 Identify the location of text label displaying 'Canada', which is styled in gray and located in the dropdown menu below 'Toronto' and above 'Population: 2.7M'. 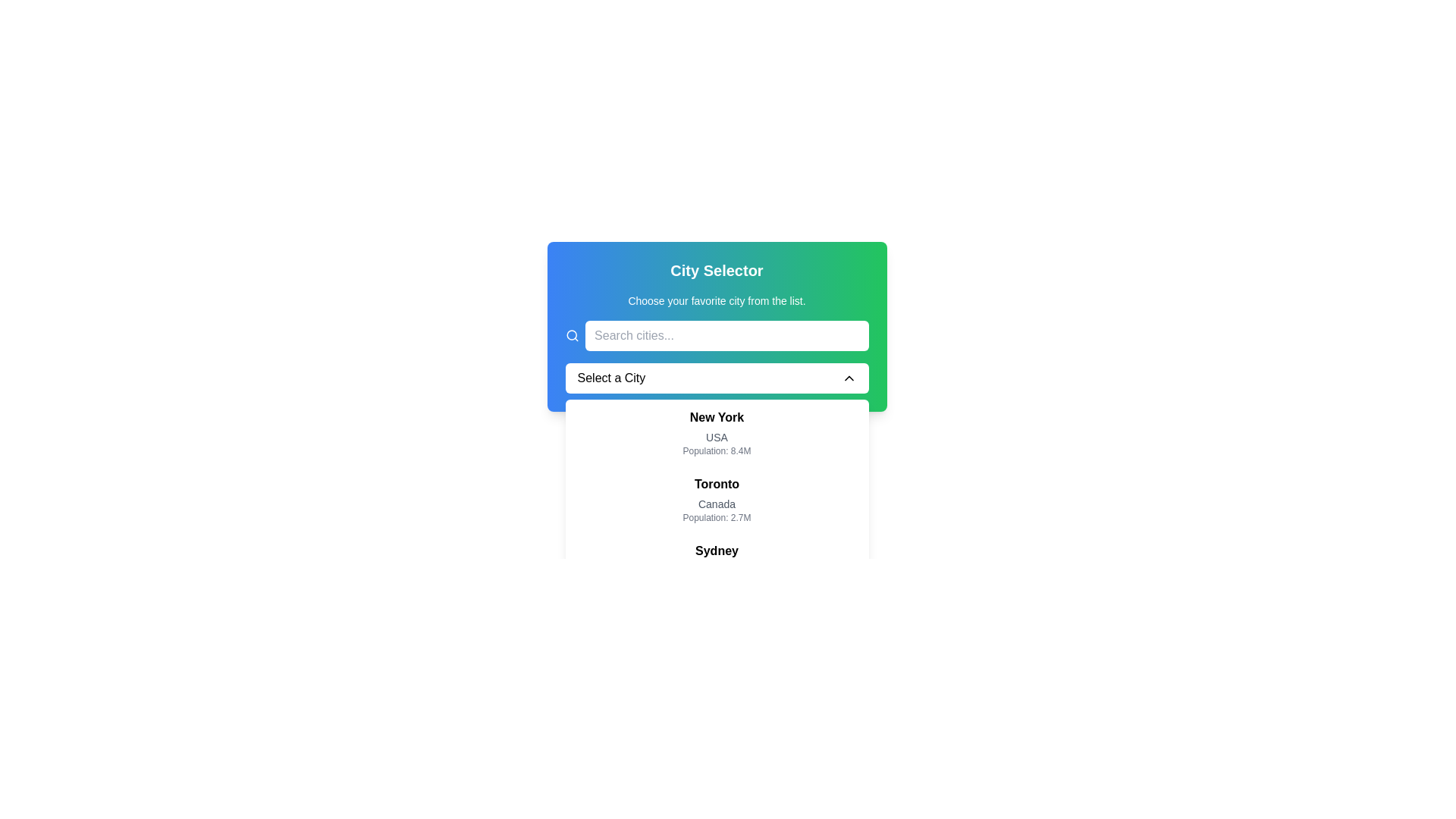
(716, 504).